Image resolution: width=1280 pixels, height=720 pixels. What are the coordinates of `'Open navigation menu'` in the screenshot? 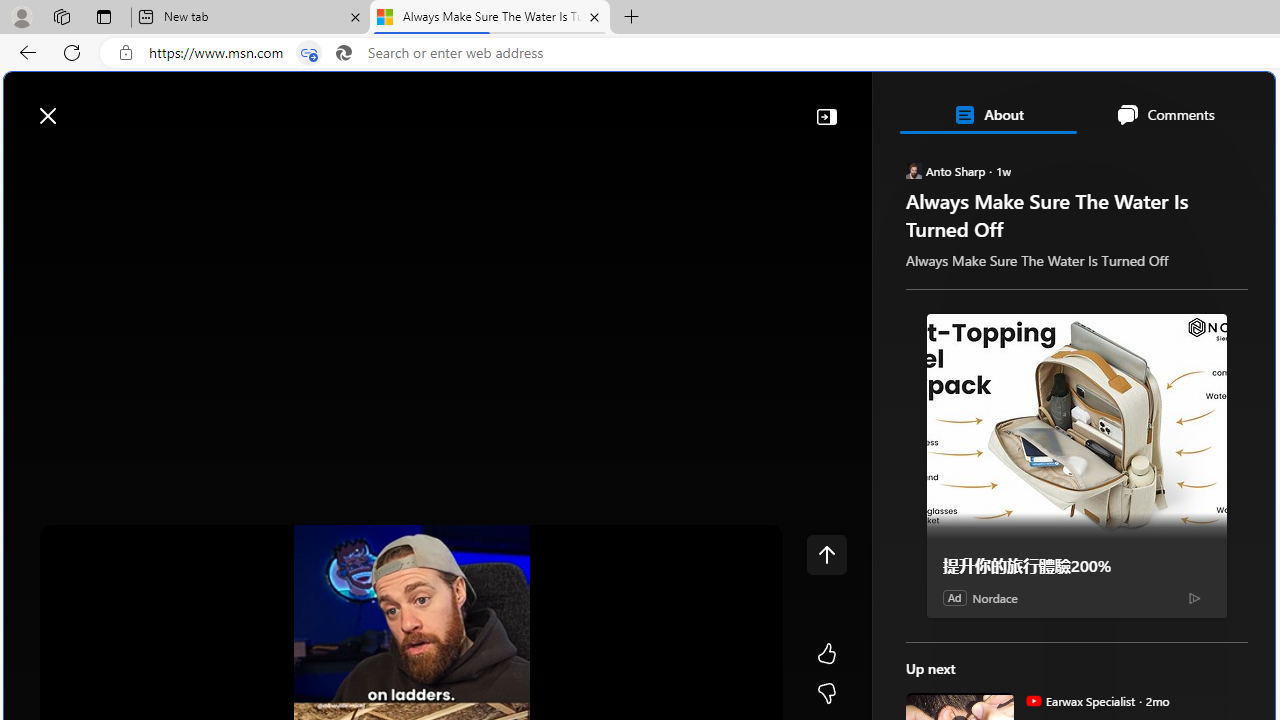 It's located at (29, 162).